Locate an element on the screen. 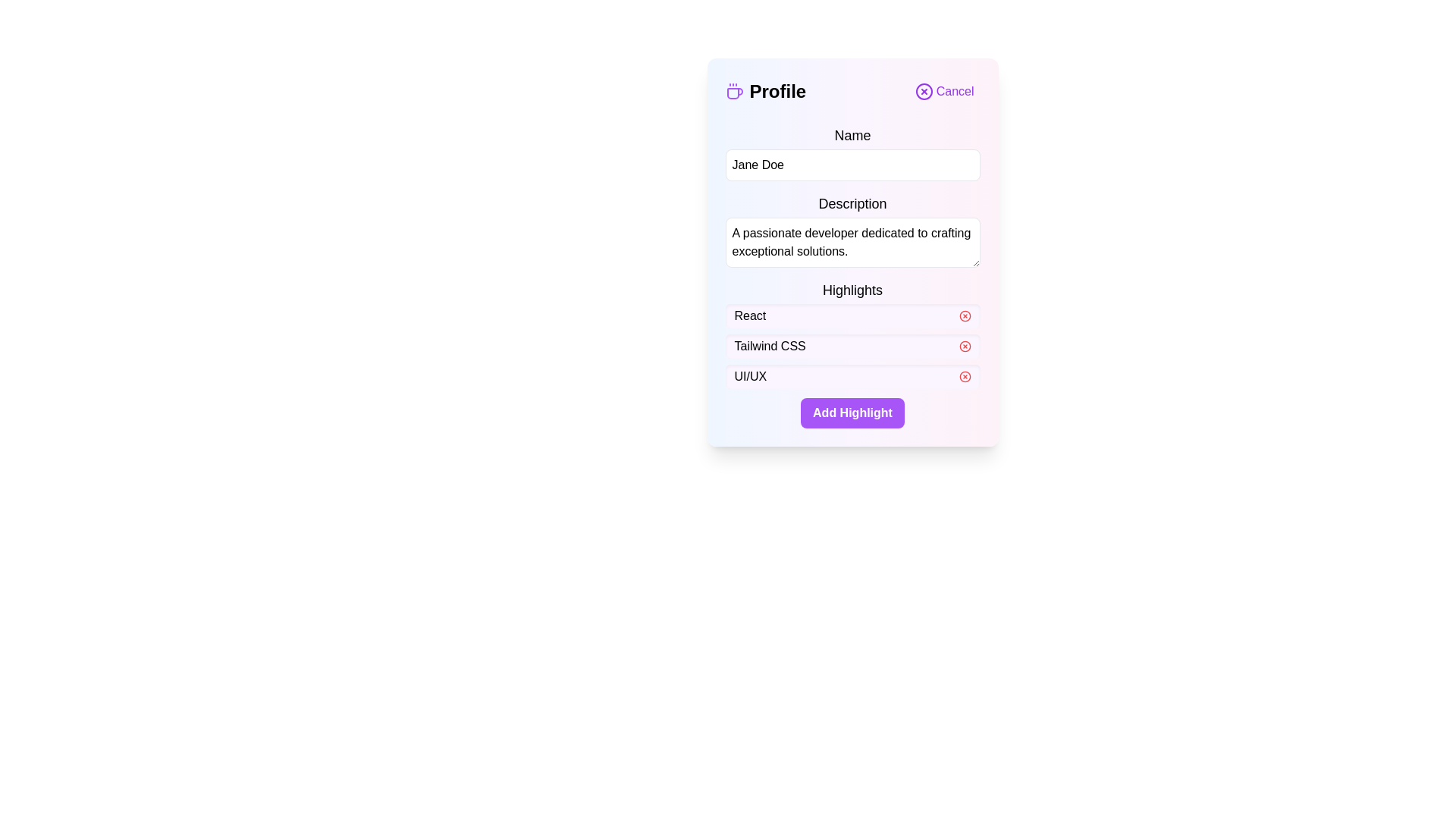 This screenshot has width=1456, height=819. the delete button associated with the 'UI/UX' tag is located at coordinates (964, 376).